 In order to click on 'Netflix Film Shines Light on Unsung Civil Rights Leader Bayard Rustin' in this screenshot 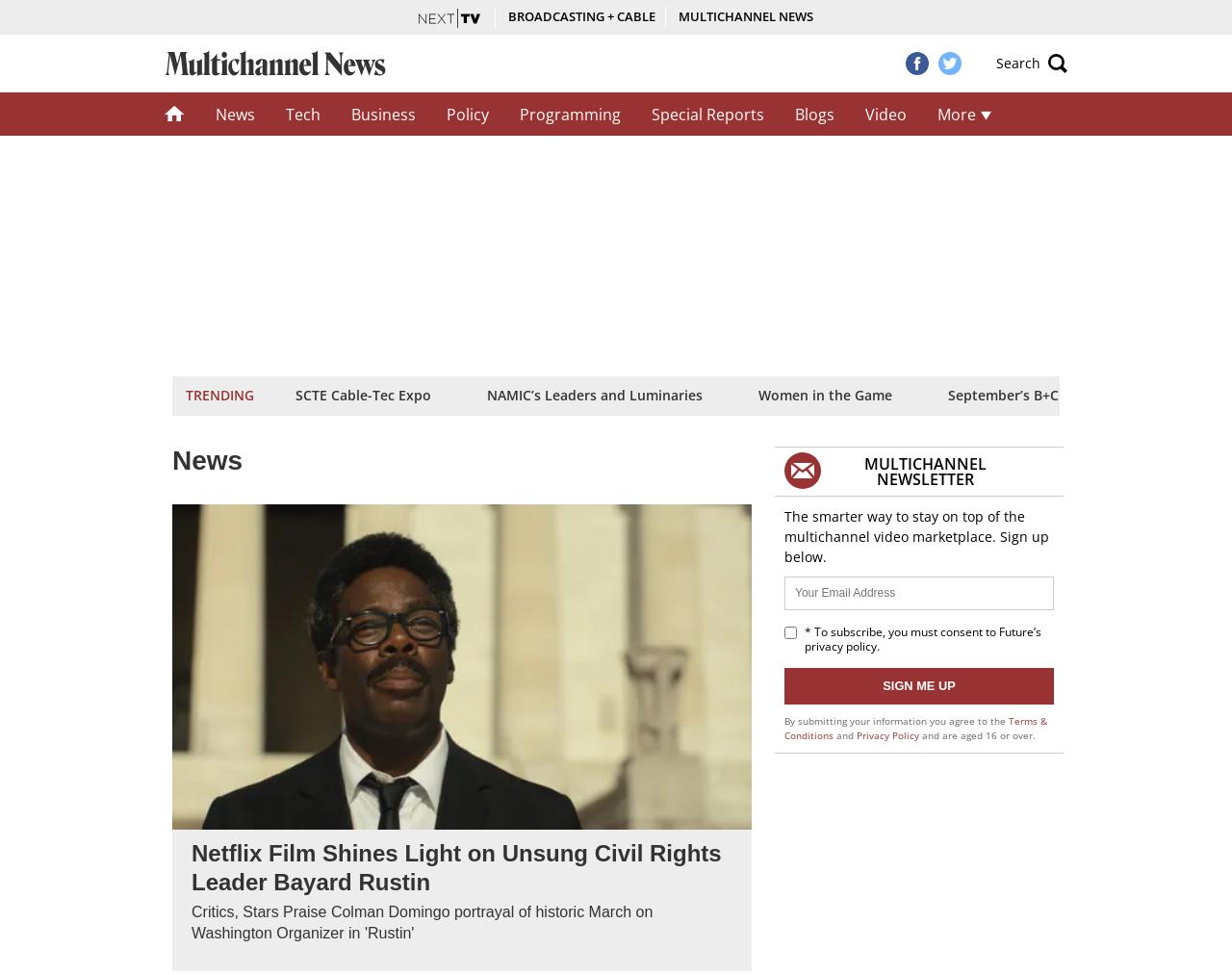, I will do `click(454, 866)`.